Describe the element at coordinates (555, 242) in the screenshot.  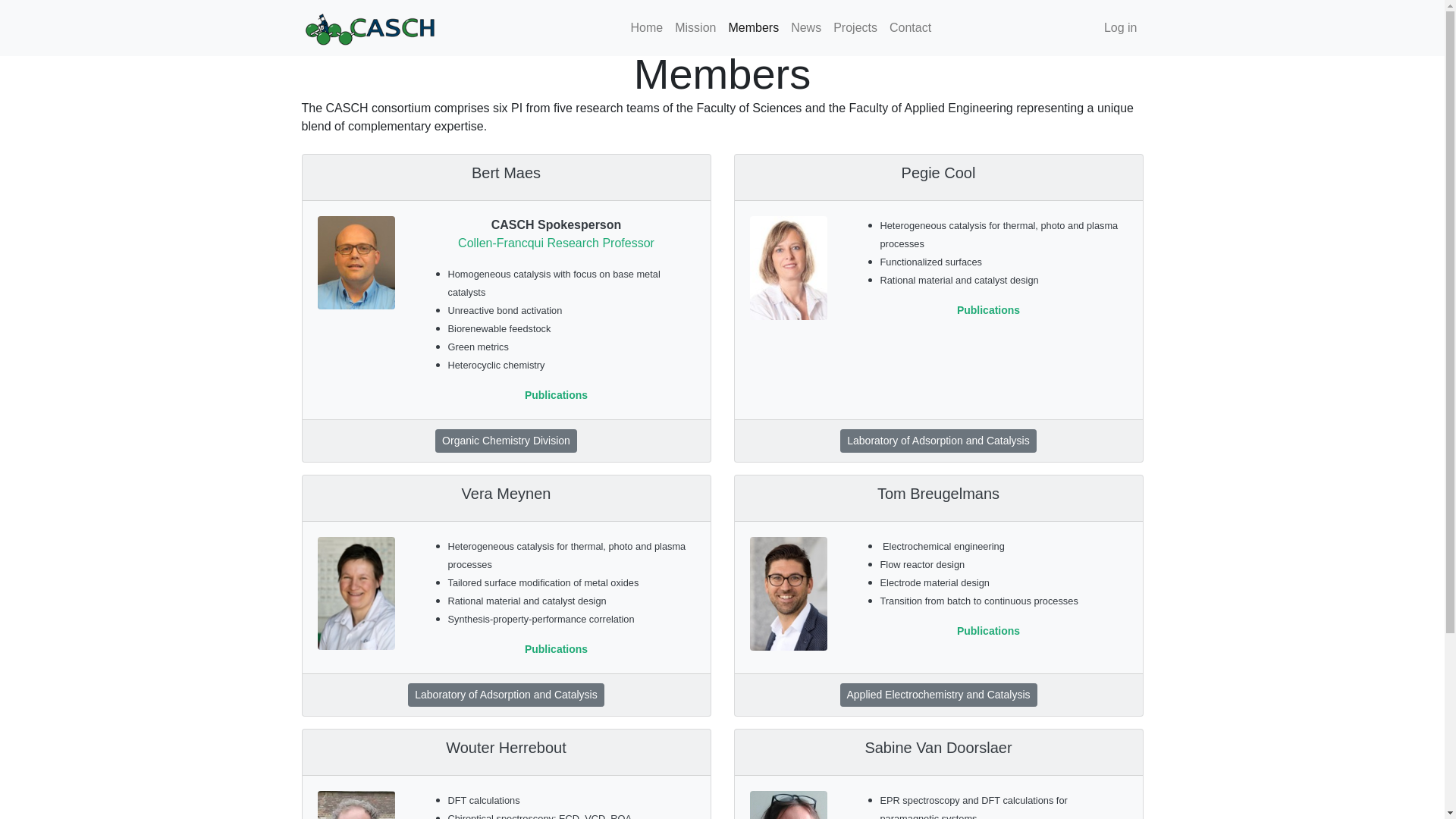
I see `'Collen-Francqui Research Professor'` at that location.